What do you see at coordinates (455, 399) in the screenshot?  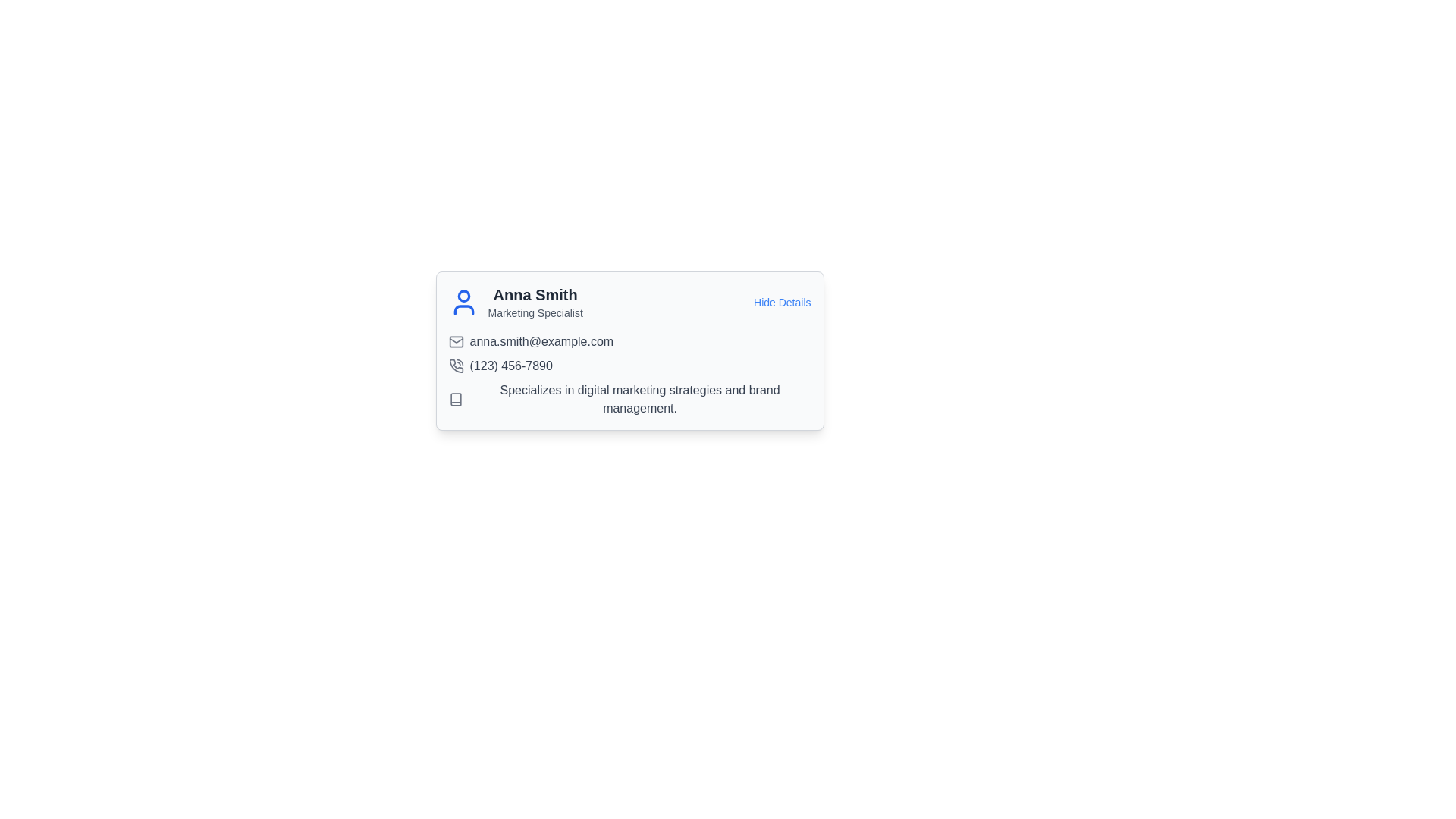 I see `book icon element, which is light gray, thin-lined, and rounded rectangular, located to the left of the text about digital marketing strategies` at bounding box center [455, 399].